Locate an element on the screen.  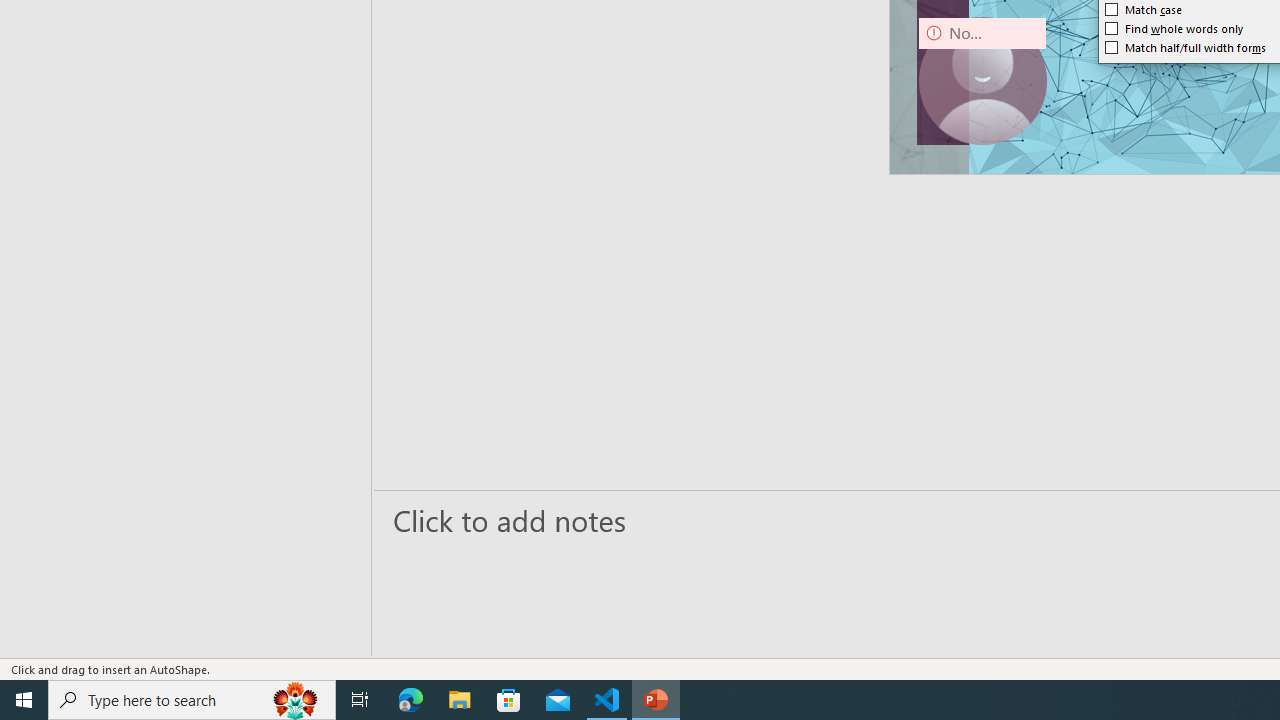
'Task View' is located at coordinates (359, 698).